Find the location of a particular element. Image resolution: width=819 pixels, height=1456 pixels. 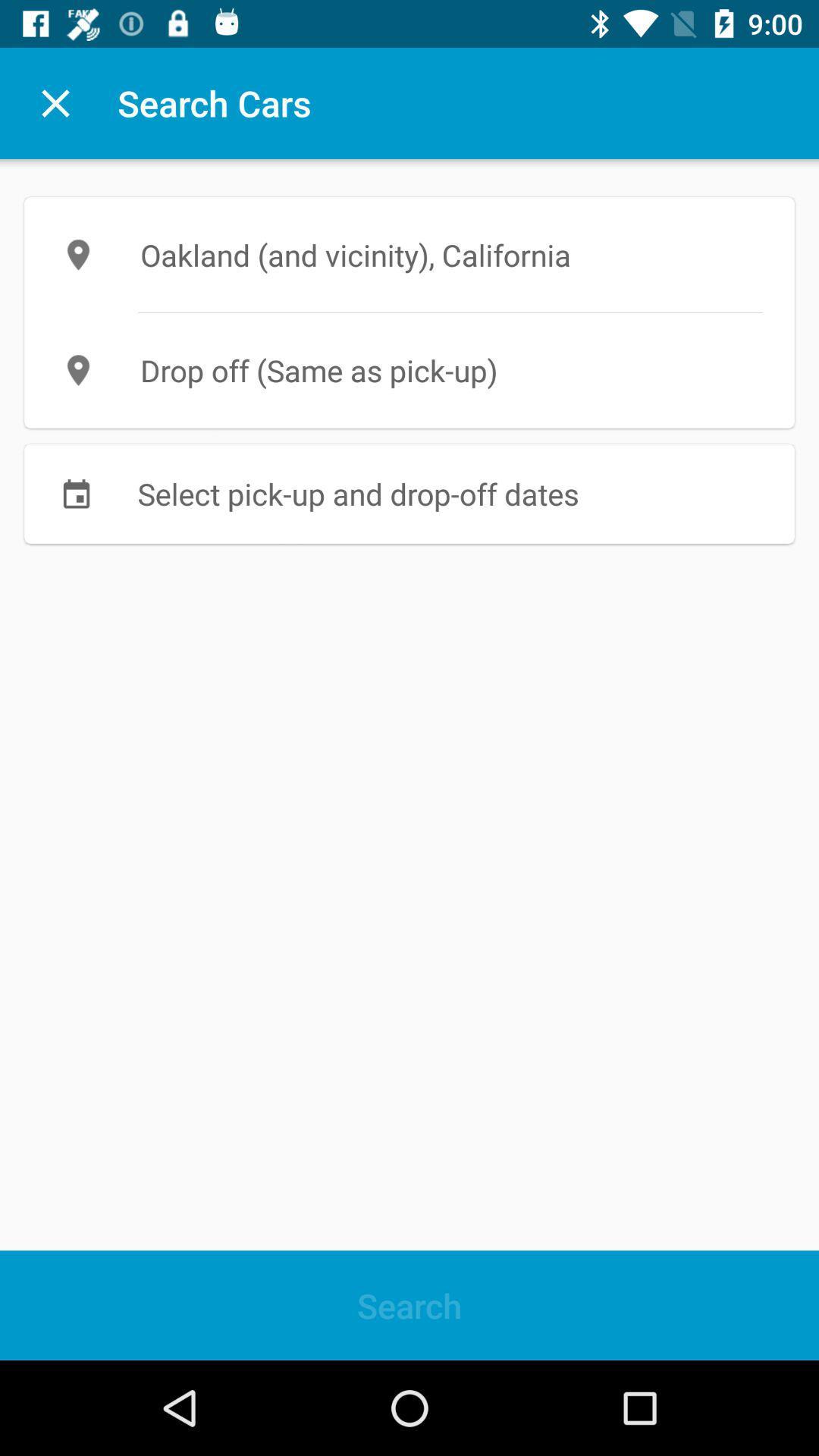

the icon next to search cars is located at coordinates (55, 102).